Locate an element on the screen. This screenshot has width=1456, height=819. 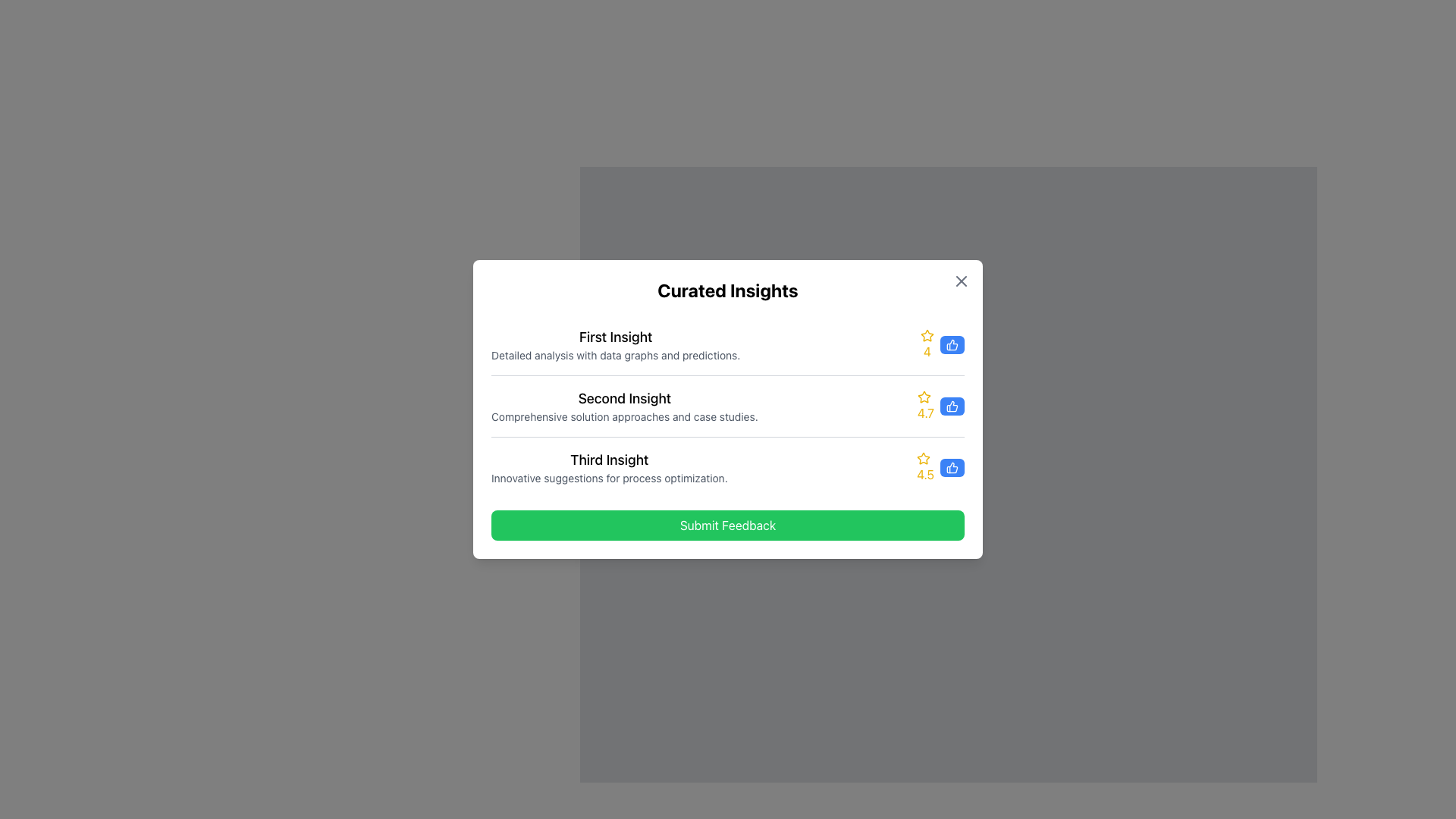
the descriptive text element that provides information about the 'Third Insight', which is positioned below the 'Third Insight' text and above the 'Submit Feedback' button is located at coordinates (609, 479).